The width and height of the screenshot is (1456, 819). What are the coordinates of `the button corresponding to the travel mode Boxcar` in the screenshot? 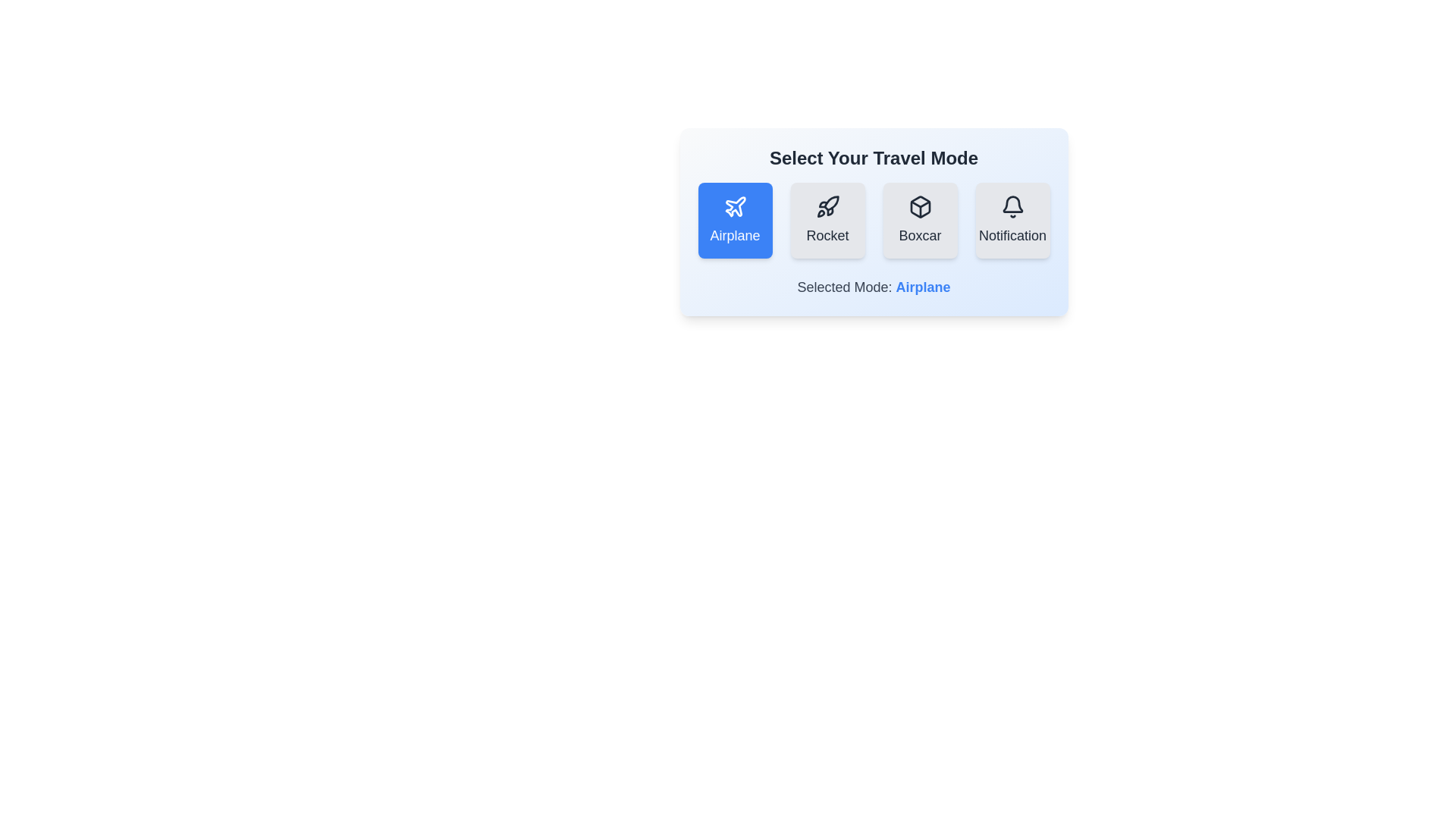 It's located at (919, 220).